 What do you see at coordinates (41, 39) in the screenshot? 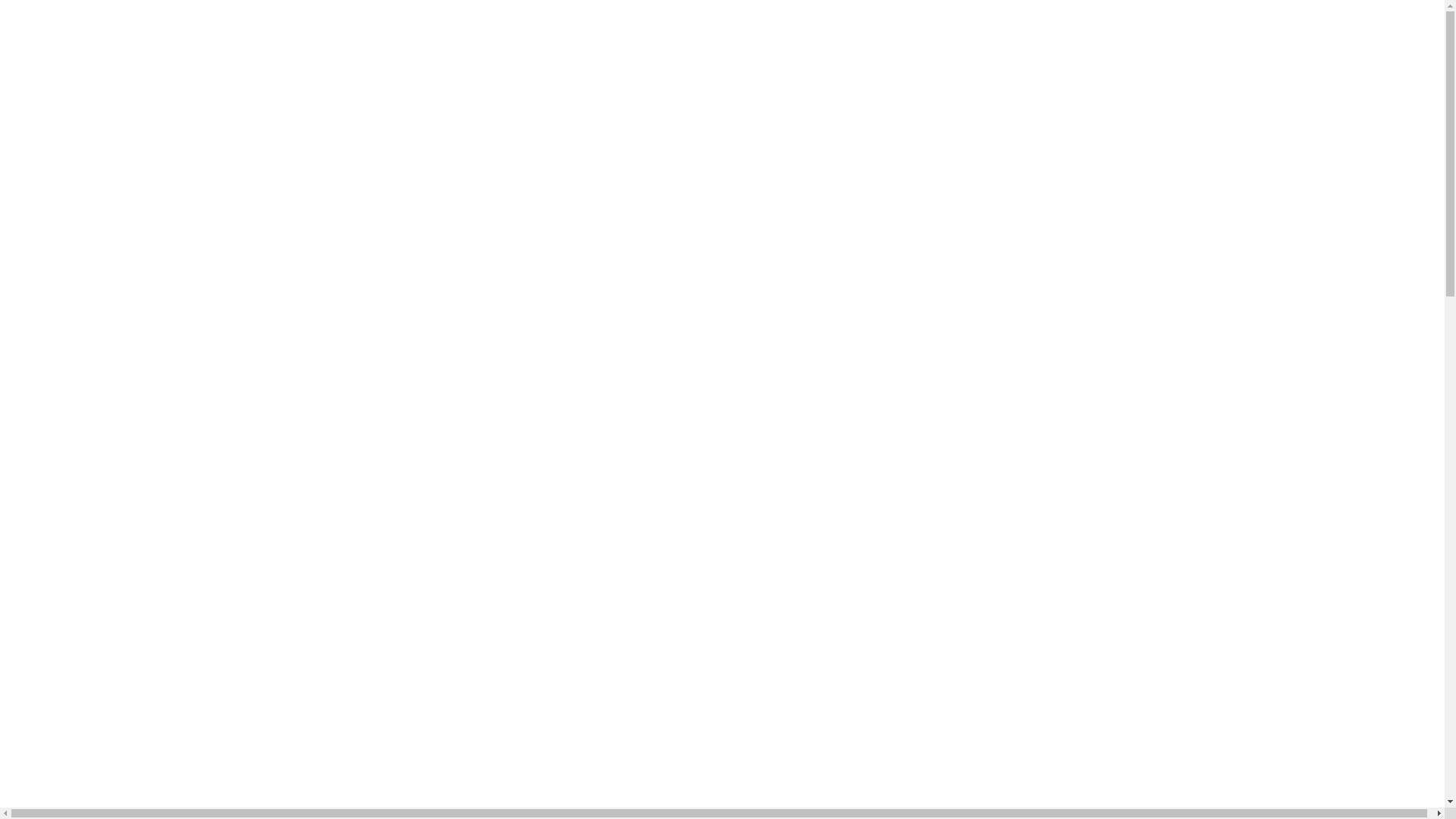
I see `'BOOKMARK'` at bounding box center [41, 39].